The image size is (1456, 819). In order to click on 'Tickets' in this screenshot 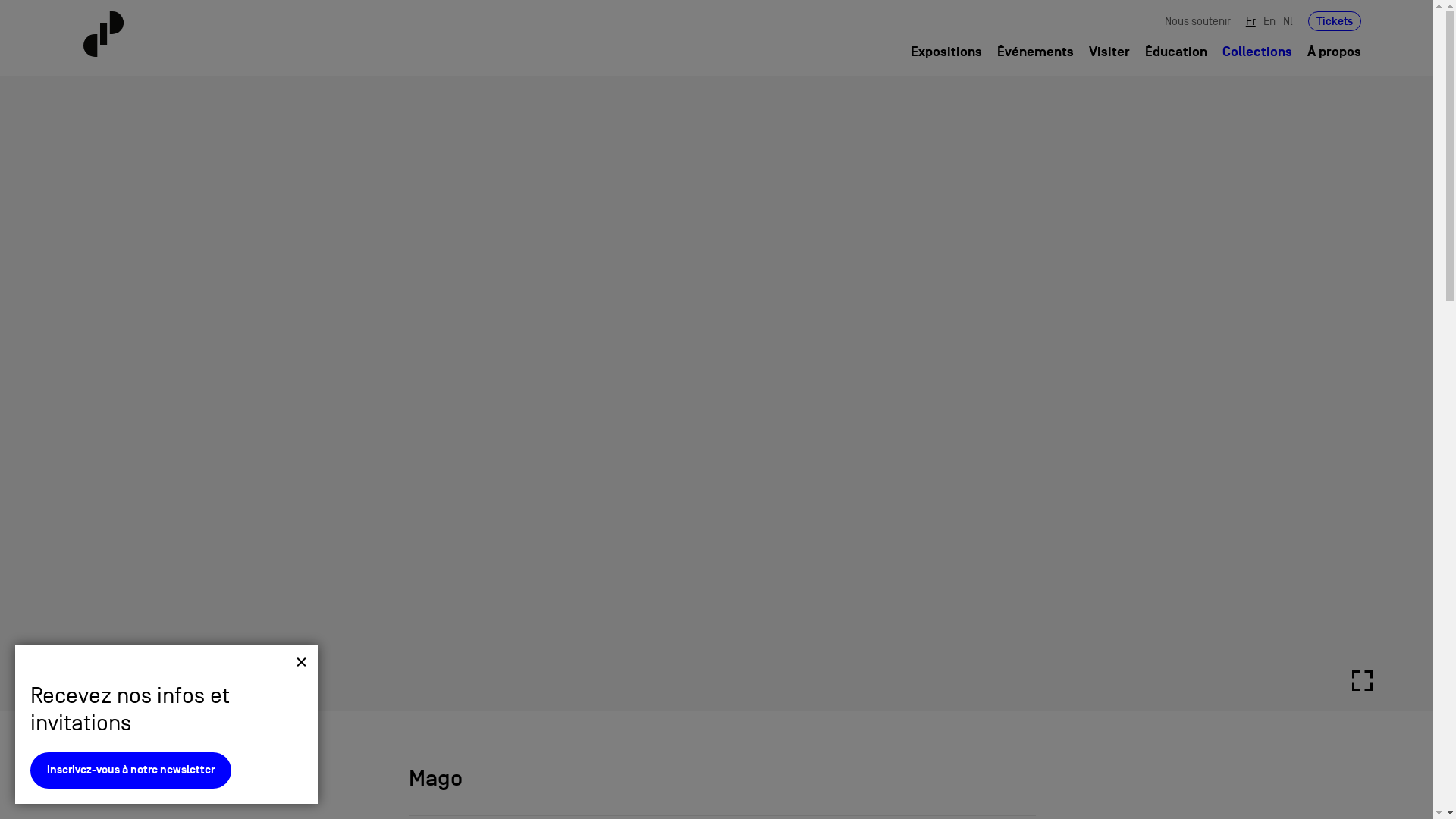, I will do `click(1335, 20)`.